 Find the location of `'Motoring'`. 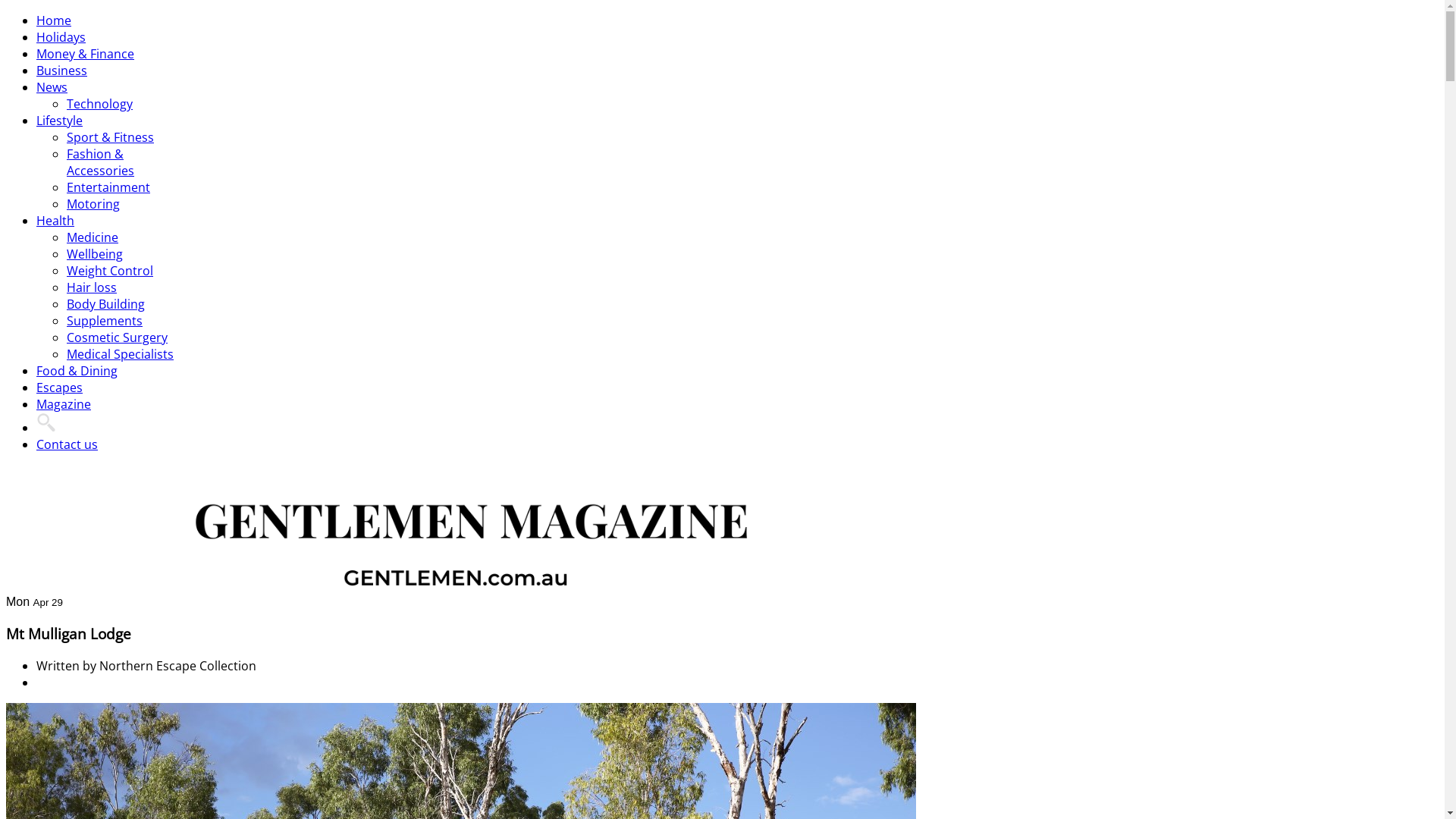

'Motoring' is located at coordinates (65, 203).